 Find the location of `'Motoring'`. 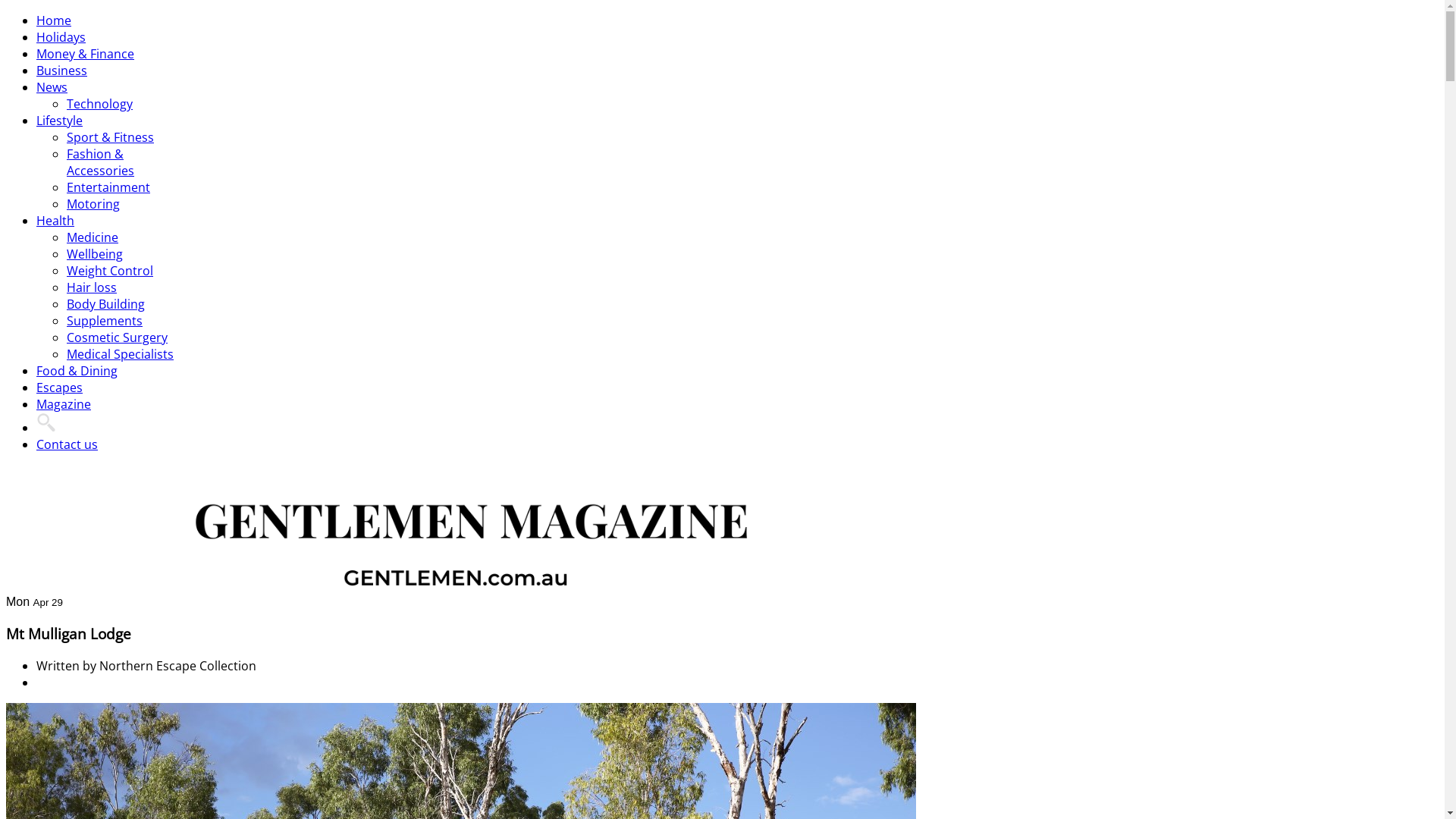

'Motoring' is located at coordinates (65, 203).